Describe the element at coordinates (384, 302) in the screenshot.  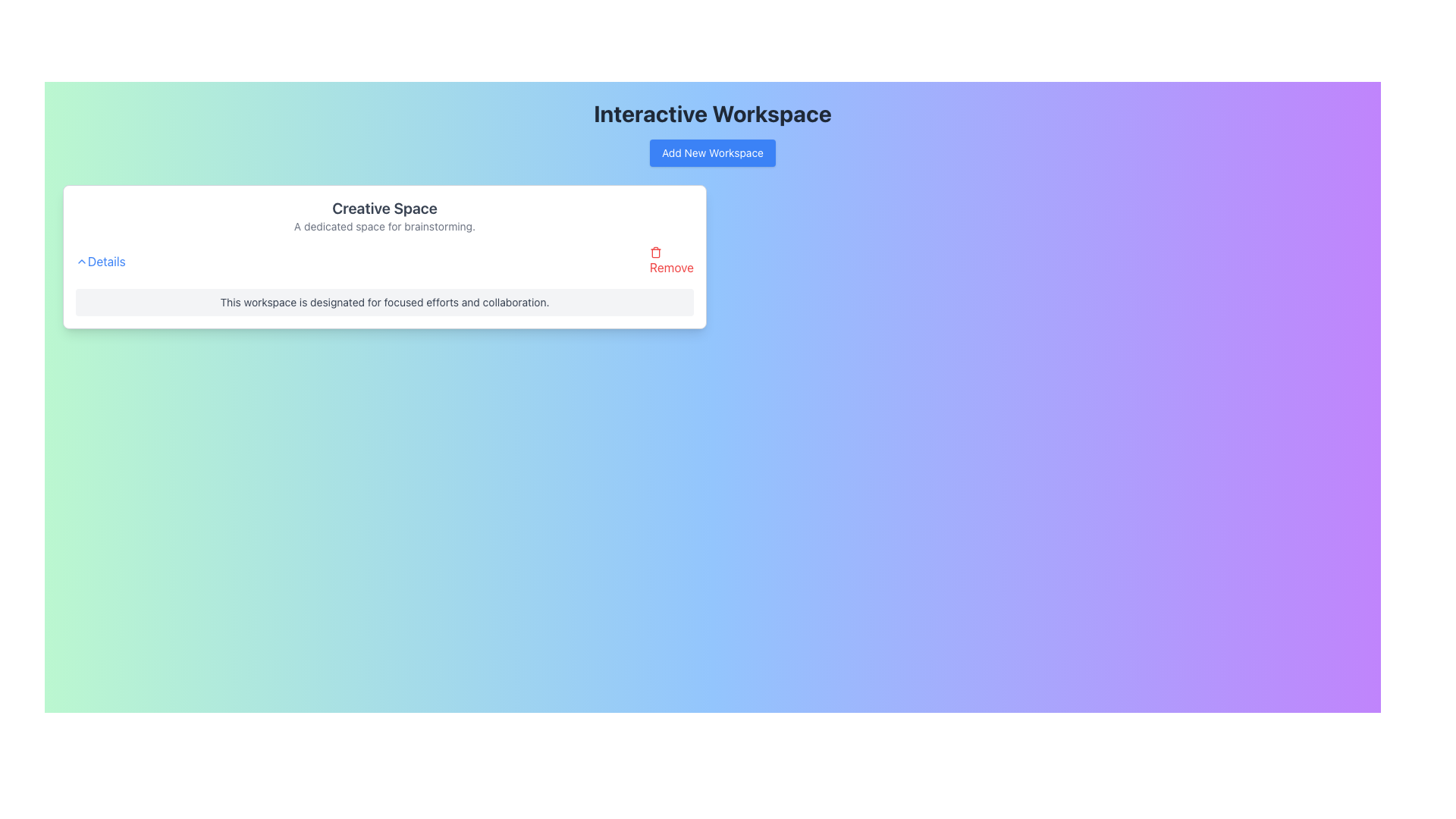
I see `the descriptive text box located at the bottom of the 'Creative Space' card, which provides contextual support for the main content` at that location.